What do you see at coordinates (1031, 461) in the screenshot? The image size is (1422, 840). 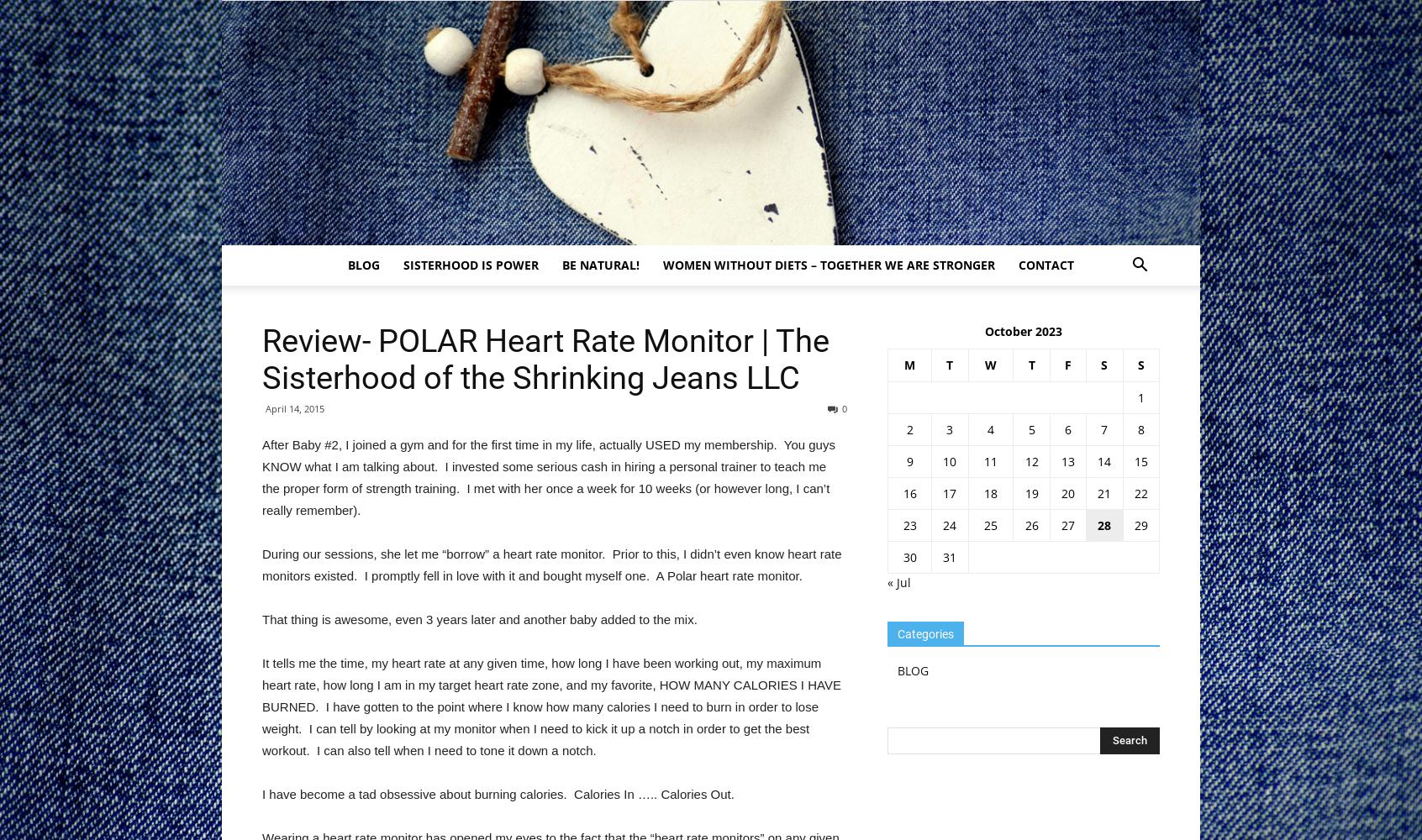 I see `'12'` at bounding box center [1031, 461].